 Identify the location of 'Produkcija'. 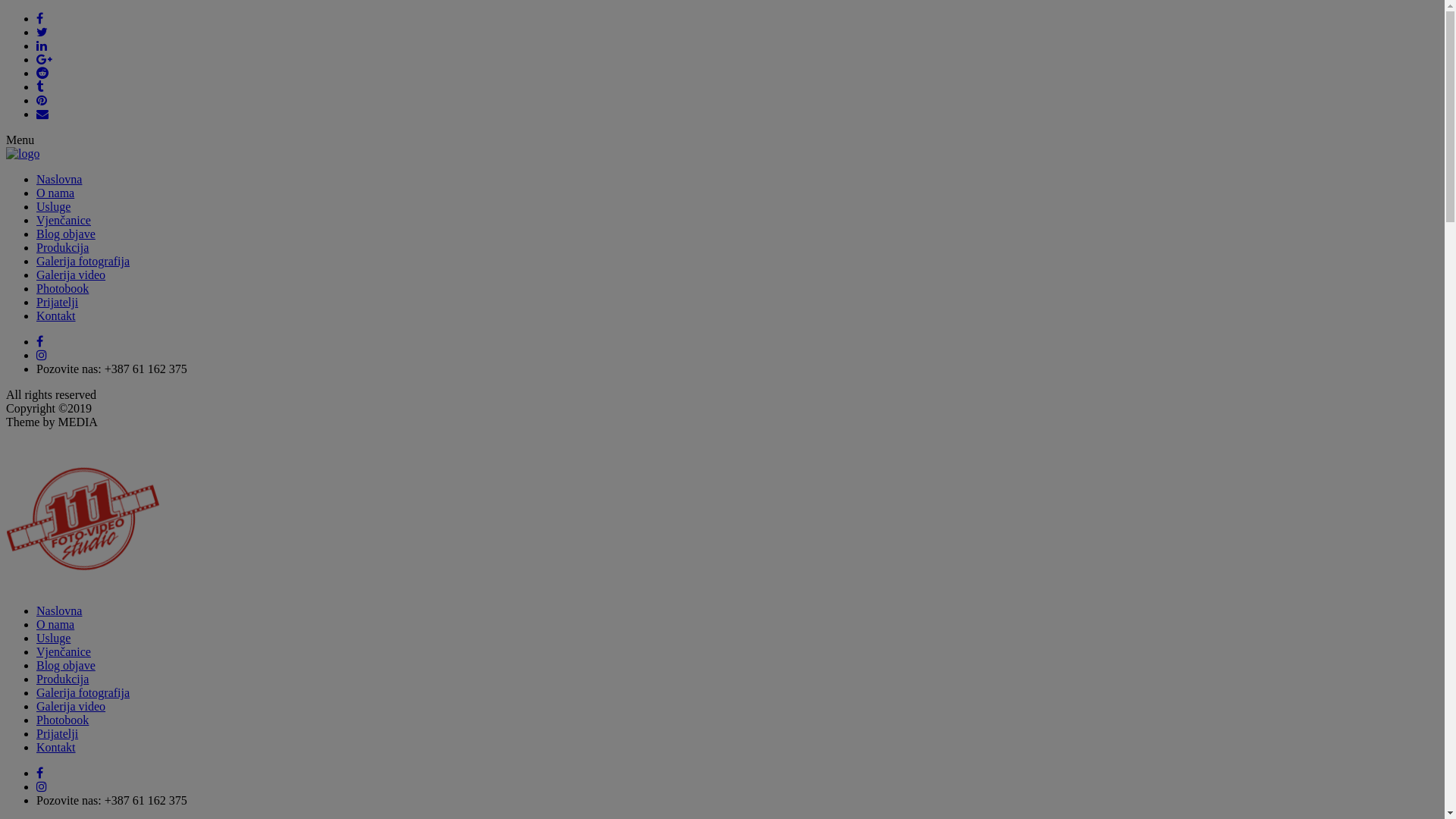
(61, 246).